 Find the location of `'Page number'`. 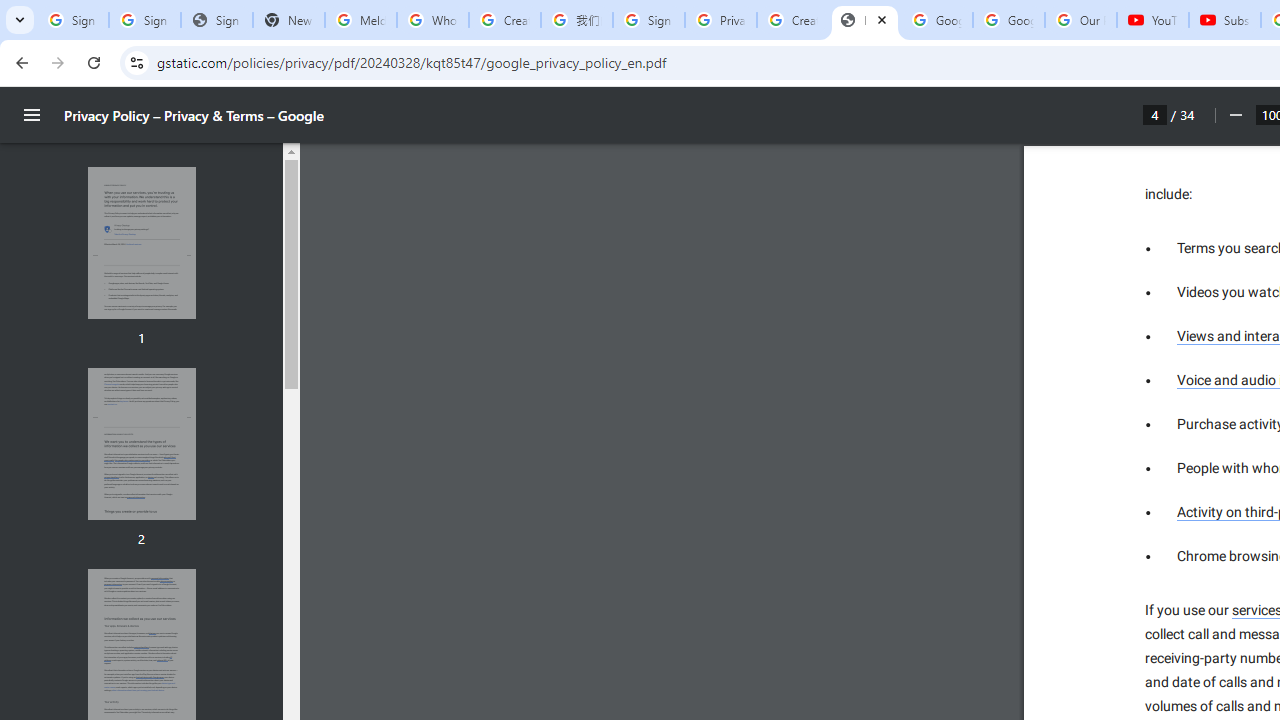

'Page number' is located at coordinates (1155, 114).